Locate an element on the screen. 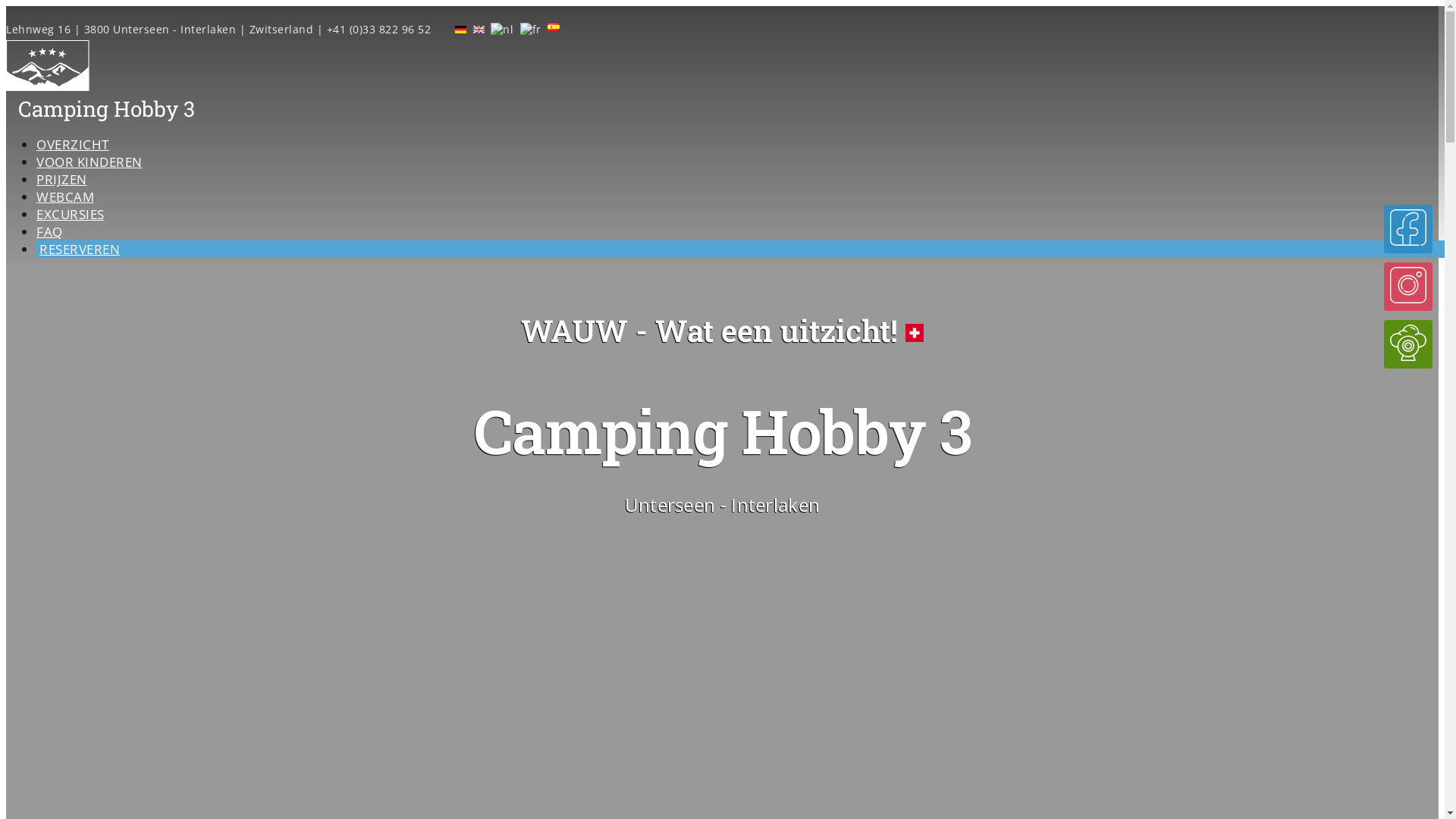  'Volg ons op Instagram' is located at coordinates (436, 29).